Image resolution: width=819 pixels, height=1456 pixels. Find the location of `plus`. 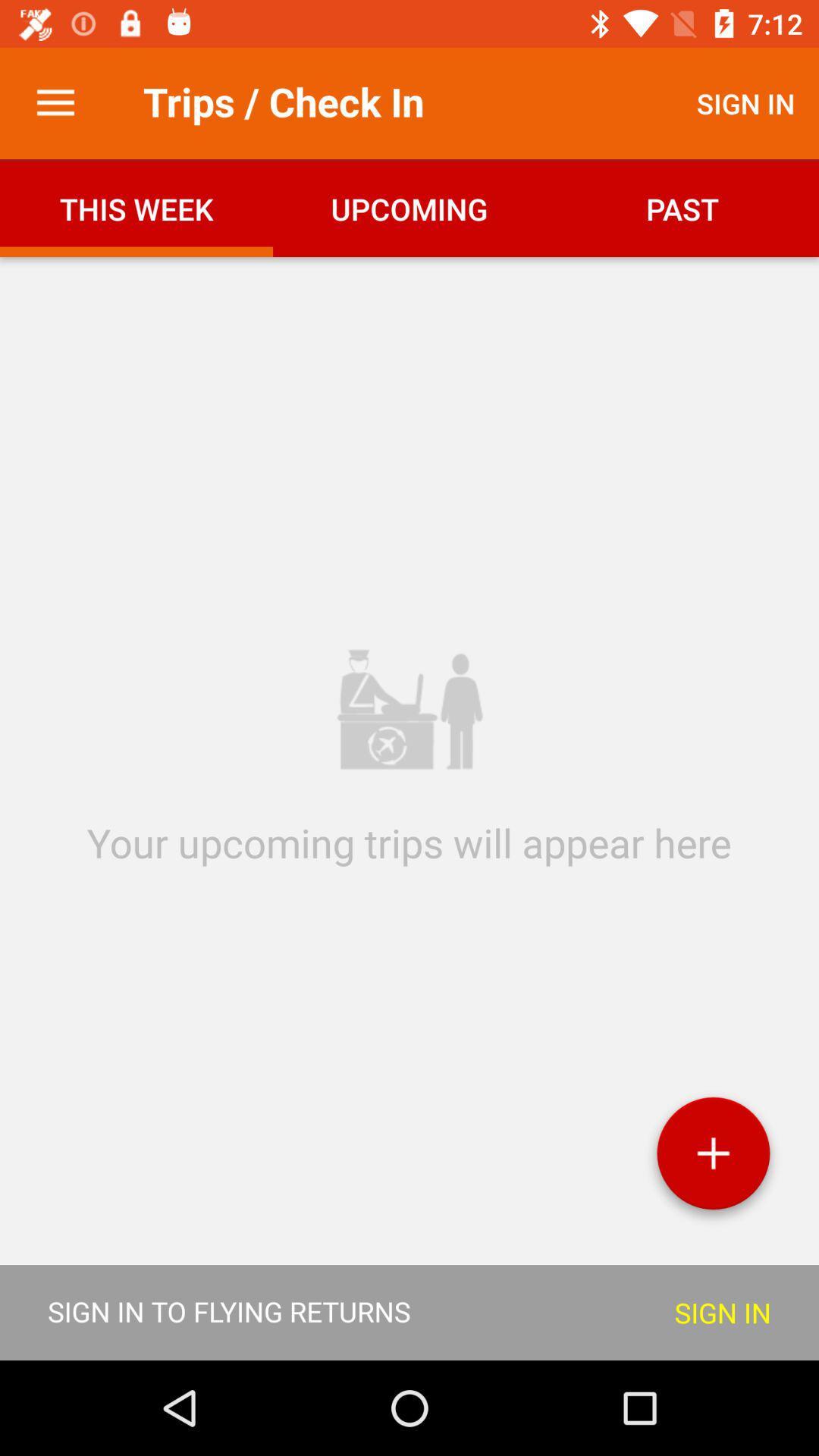

plus is located at coordinates (713, 1158).